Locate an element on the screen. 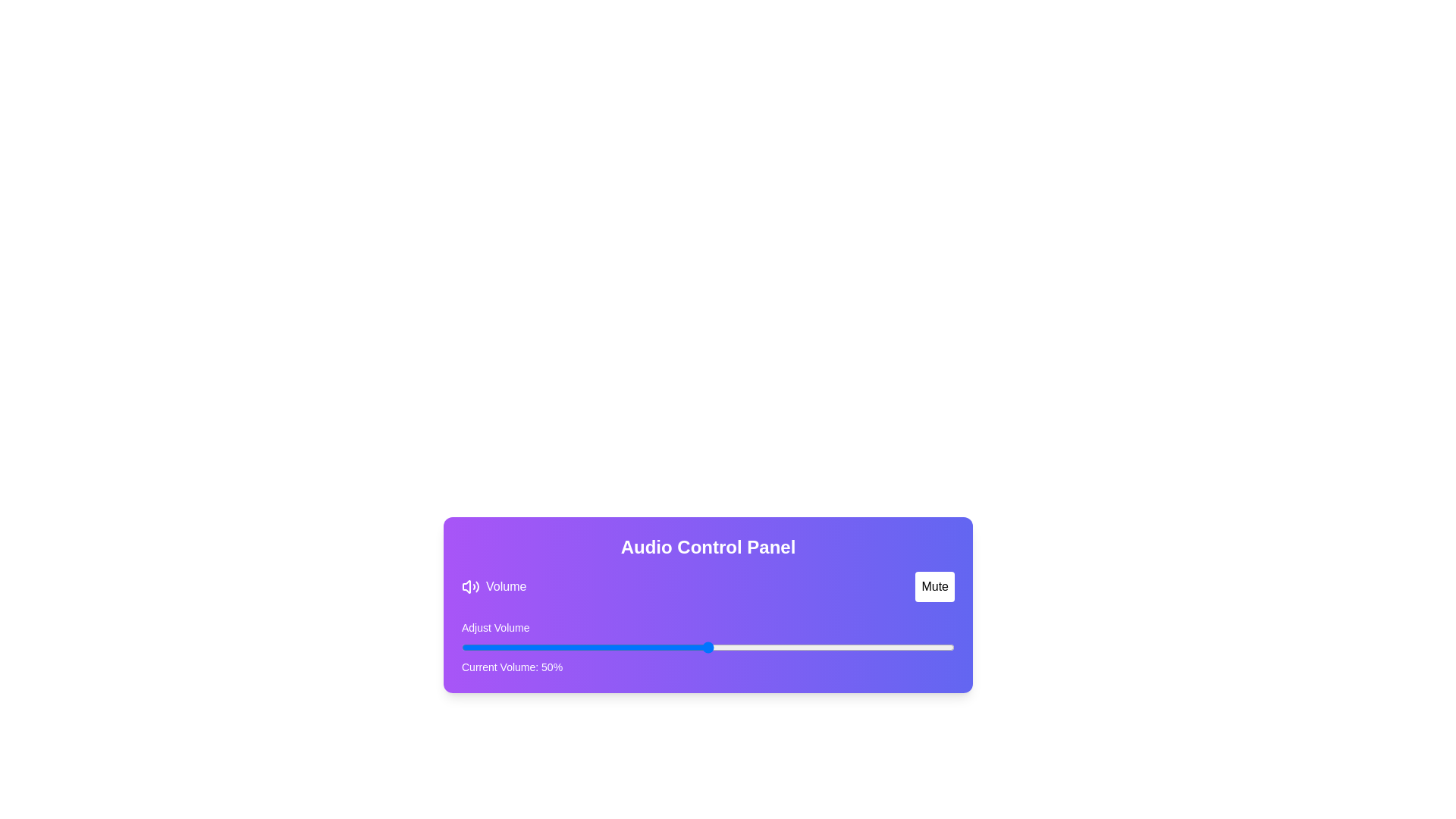 Image resolution: width=1456 pixels, height=819 pixels. the volume slider bar to set the volume level, which is labeled 'Adjust Volume' and has a current indicator showing 'Current Volume: 50%' is located at coordinates (708, 647).